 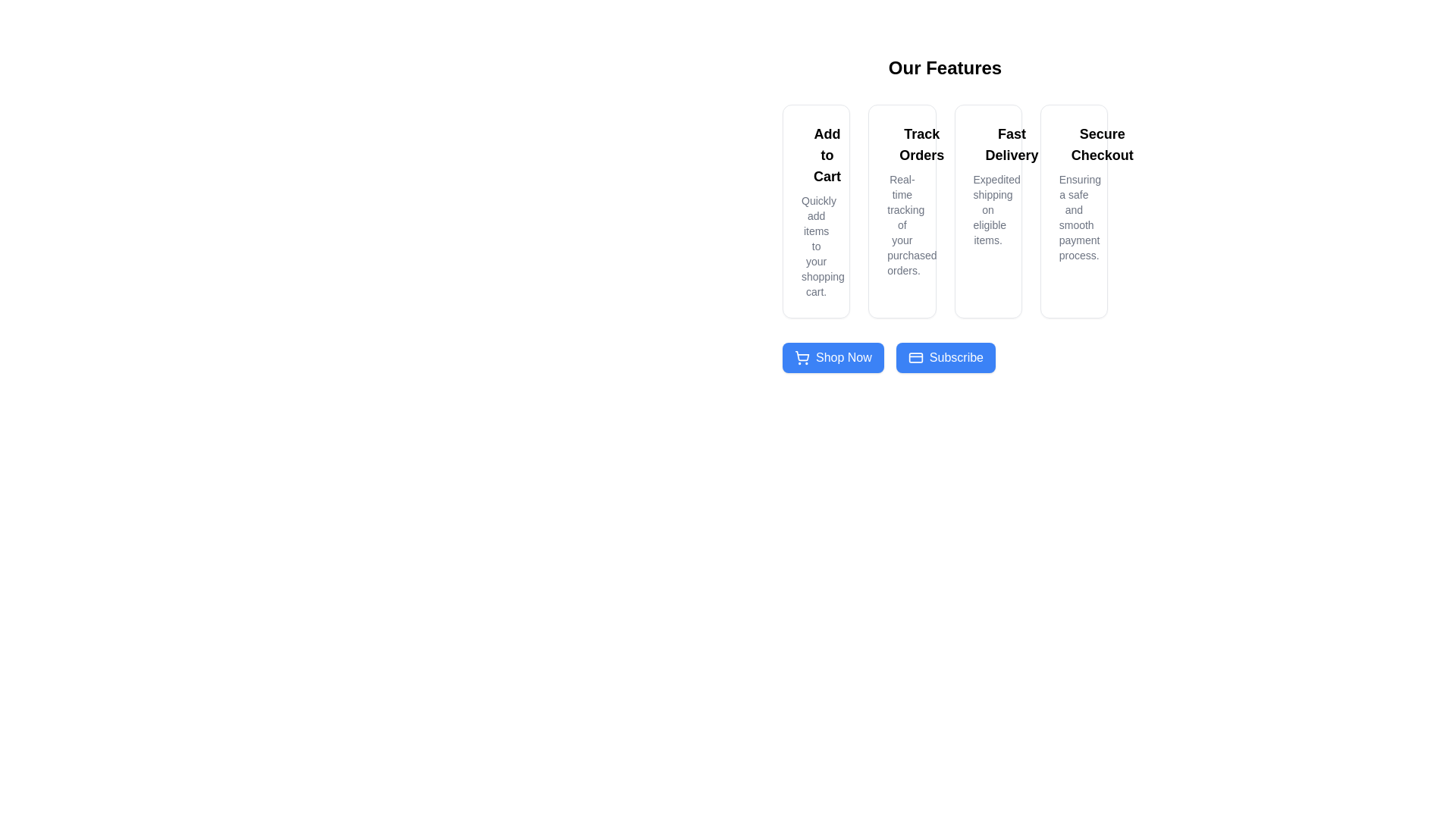 I want to click on the Label with Icon that identifies the secure checkout feature located in the fourth feature card under the 'Our Features' section, so click(x=1073, y=145).